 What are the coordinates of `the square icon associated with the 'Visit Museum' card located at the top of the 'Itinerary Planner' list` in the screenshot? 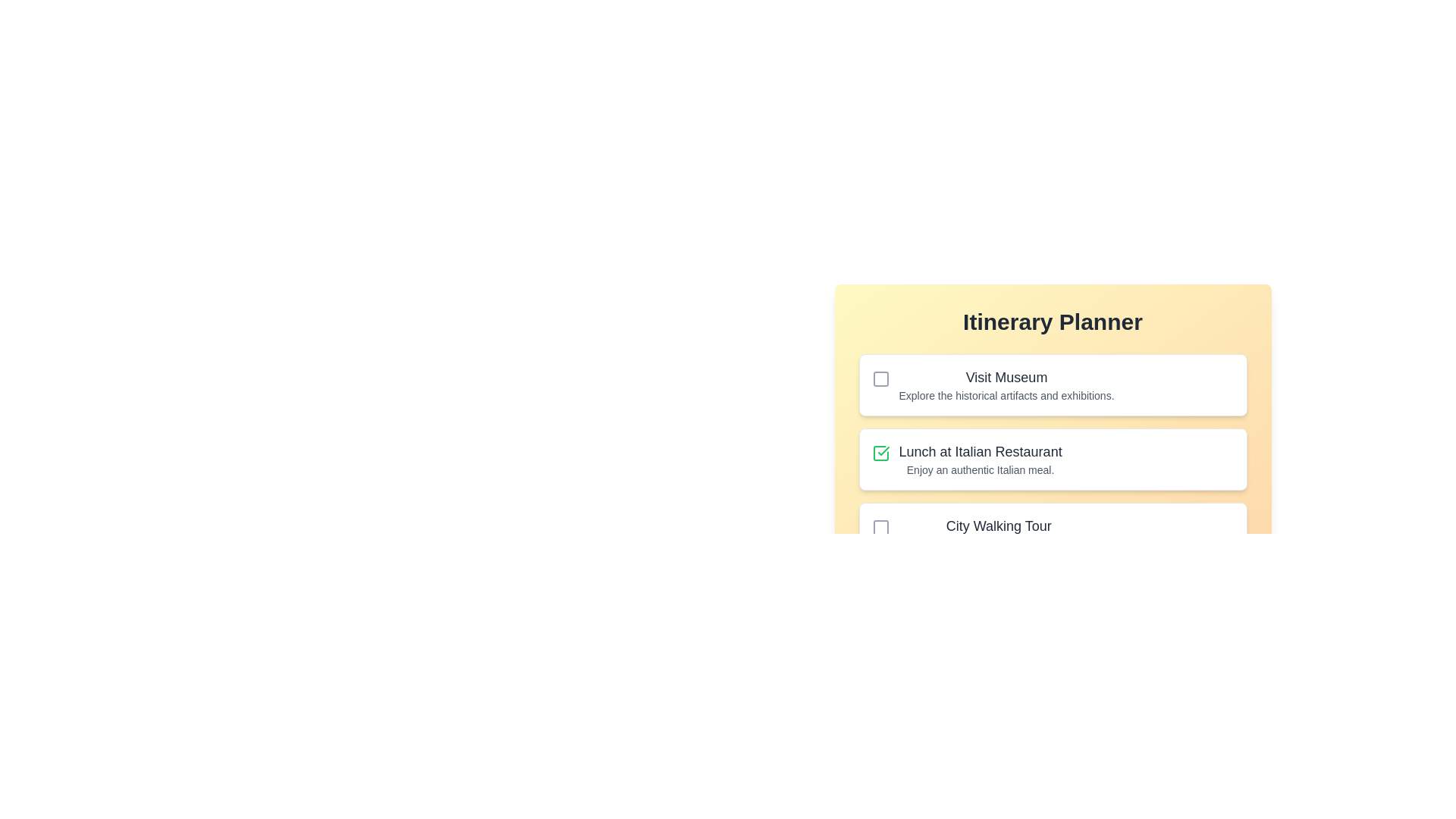 It's located at (880, 378).